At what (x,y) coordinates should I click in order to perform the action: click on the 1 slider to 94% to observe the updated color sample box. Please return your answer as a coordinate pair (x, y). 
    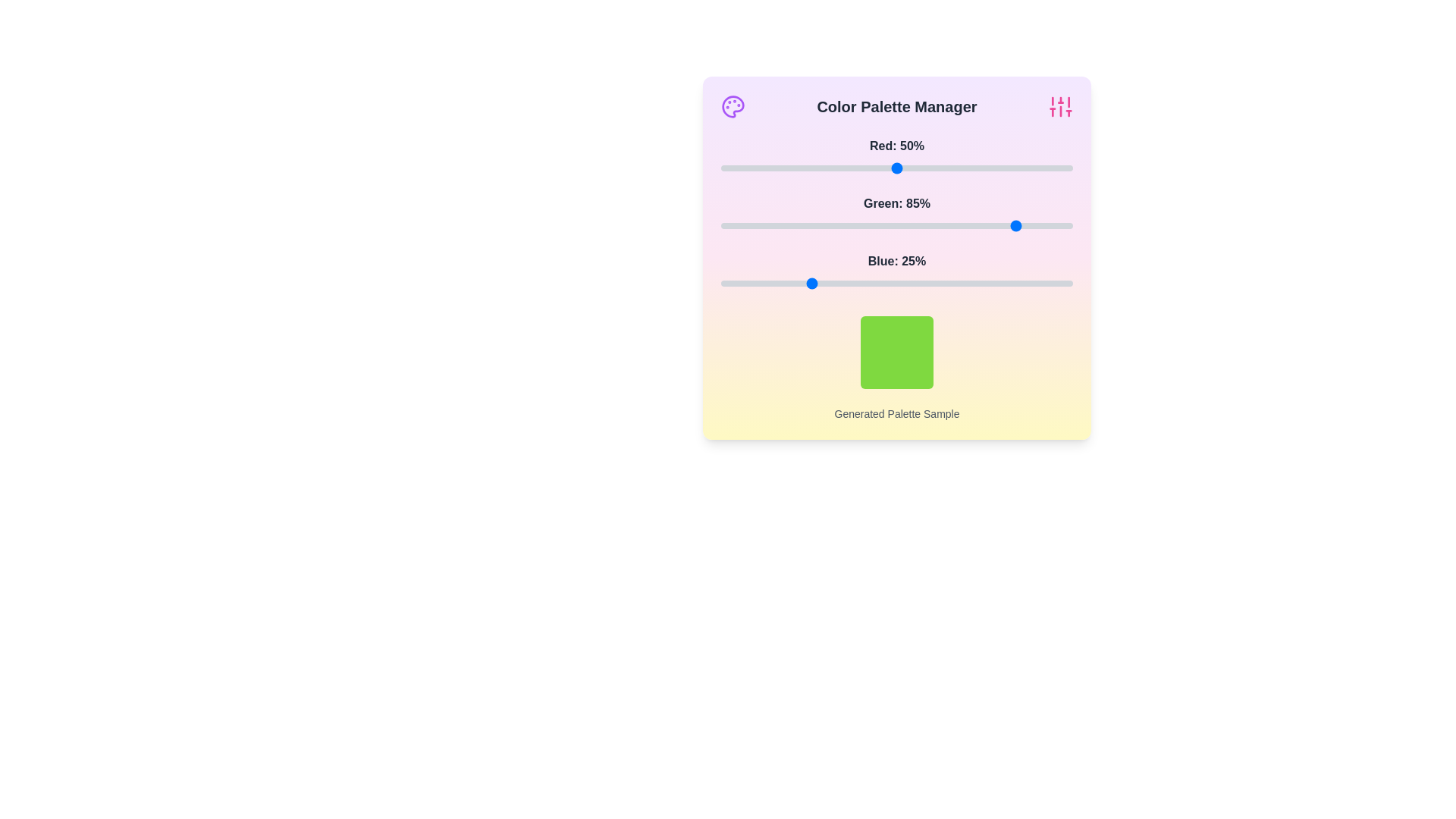
    Looking at the image, I should click on (1051, 225).